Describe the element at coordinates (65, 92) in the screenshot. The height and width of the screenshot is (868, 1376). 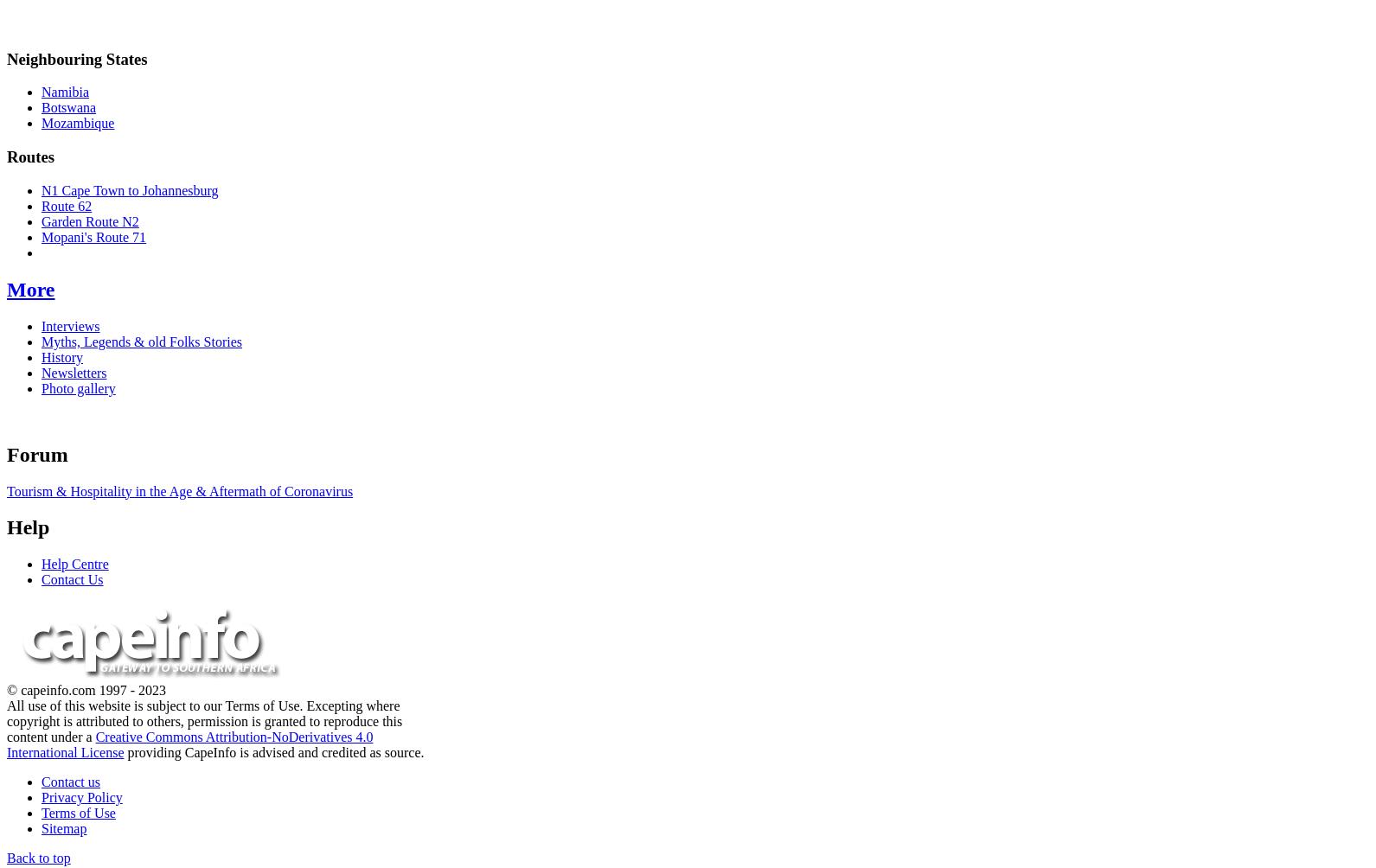
I see `'Namibia'` at that location.